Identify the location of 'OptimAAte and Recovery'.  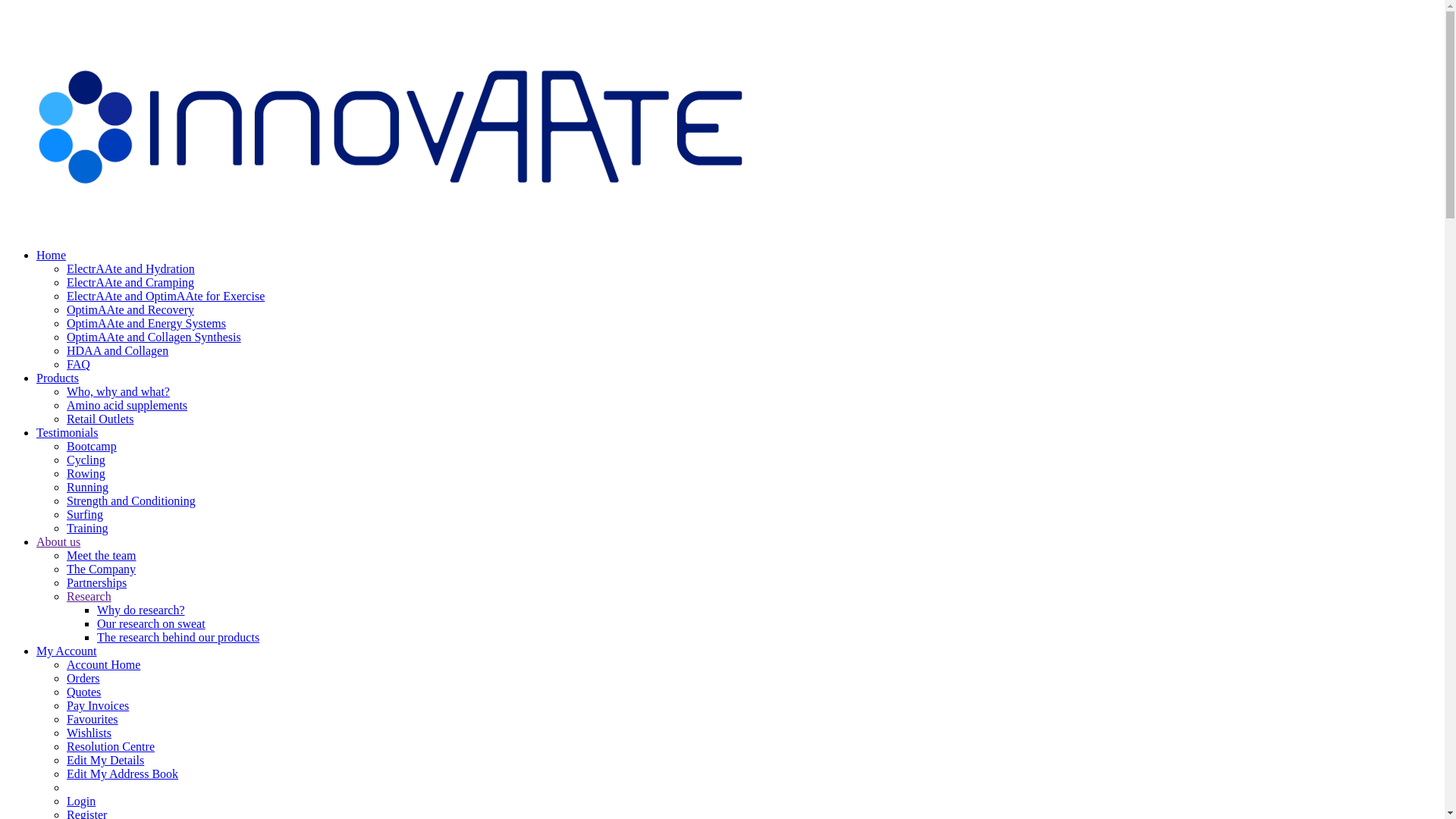
(65, 309).